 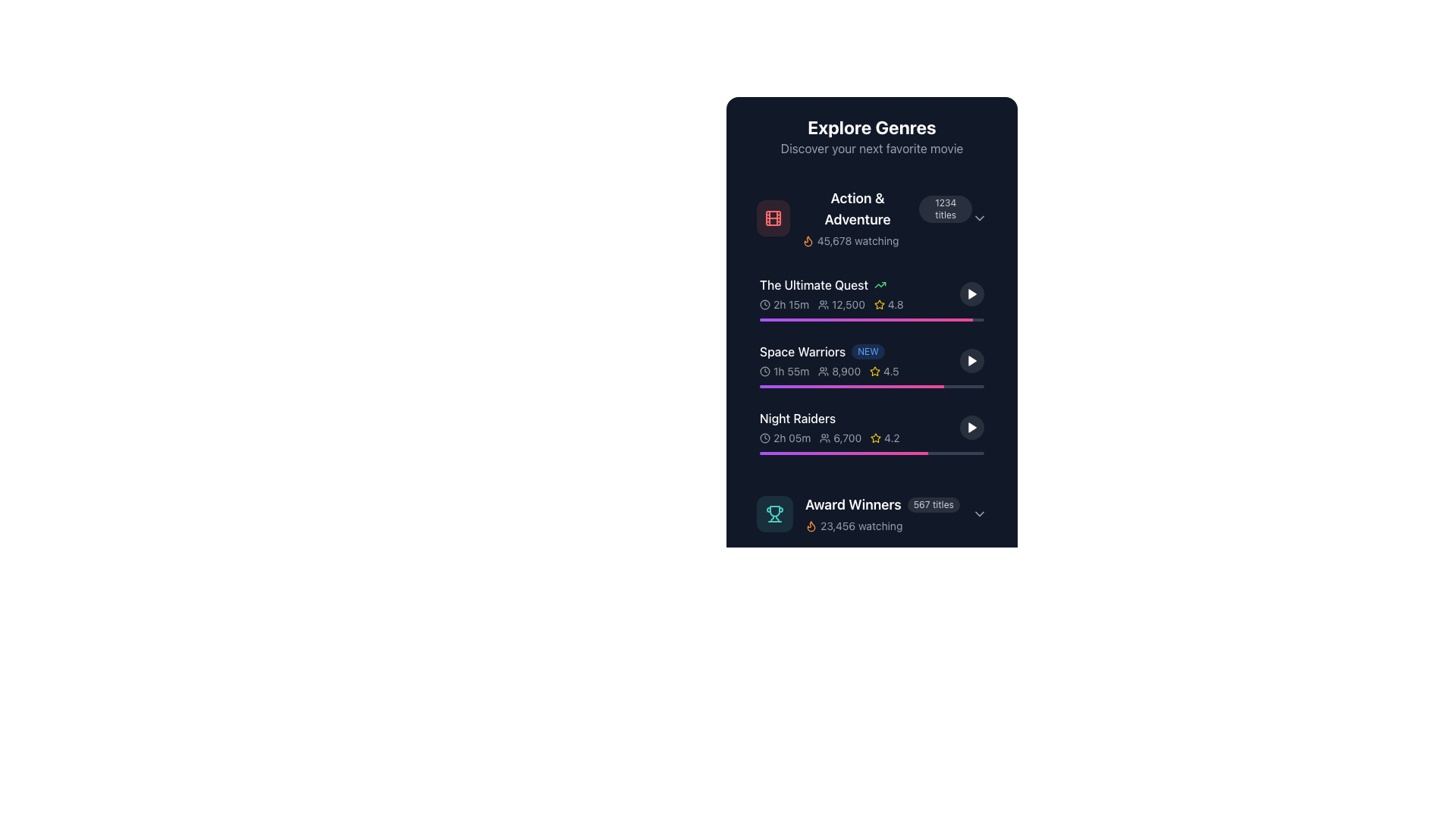 What do you see at coordinates (889, 304) in the screenshot?
I see `the rating display component for 'The Ultimate Quest', which is represented by a yellow star icon followed by the rating value '4.8' in gray text` at bounding box center [889, 304].